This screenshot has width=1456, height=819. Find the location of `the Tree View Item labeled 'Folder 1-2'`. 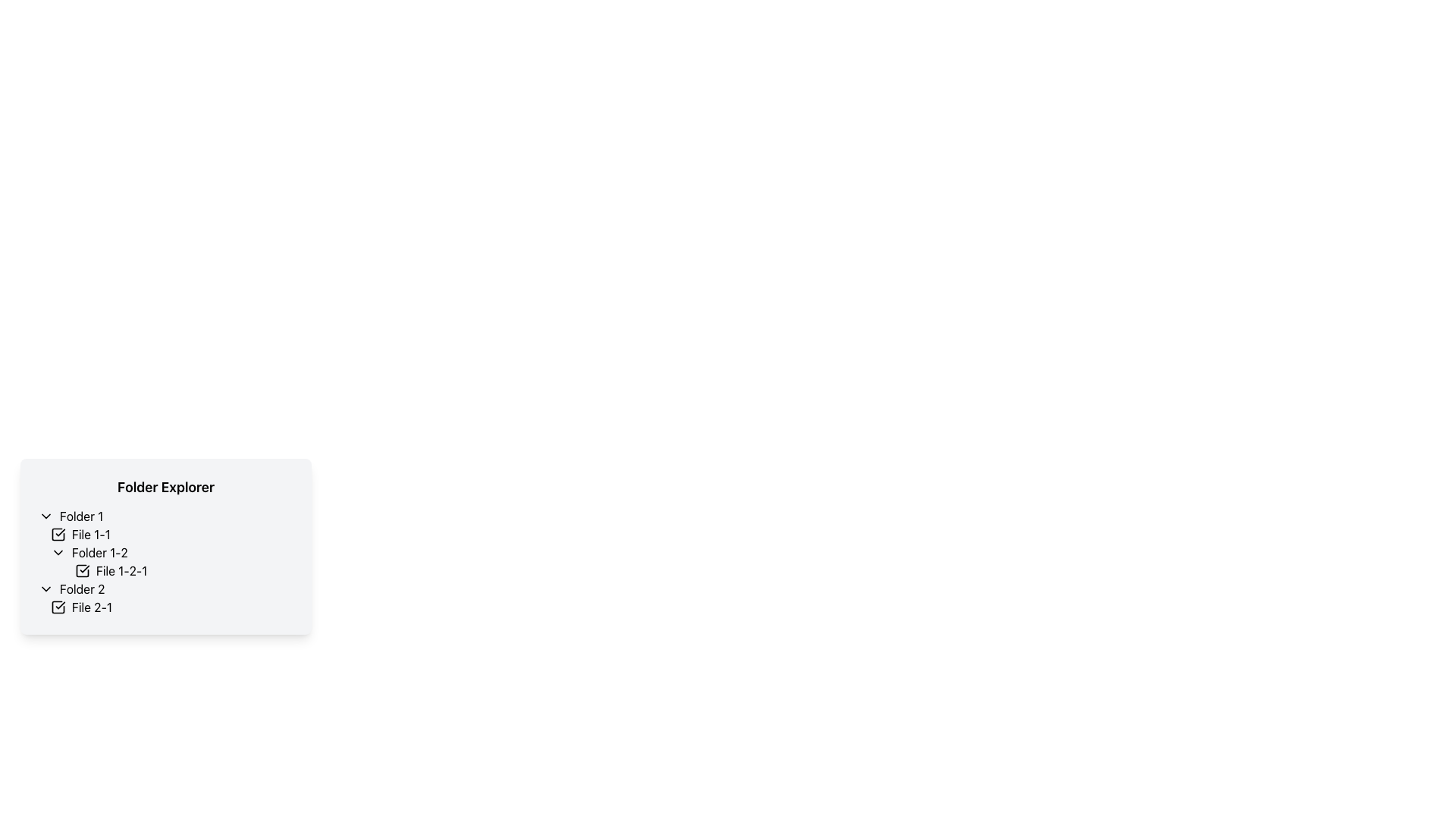

the Tree View Item labeled 'Folder 1-2' is located at coordinates (166, 561).